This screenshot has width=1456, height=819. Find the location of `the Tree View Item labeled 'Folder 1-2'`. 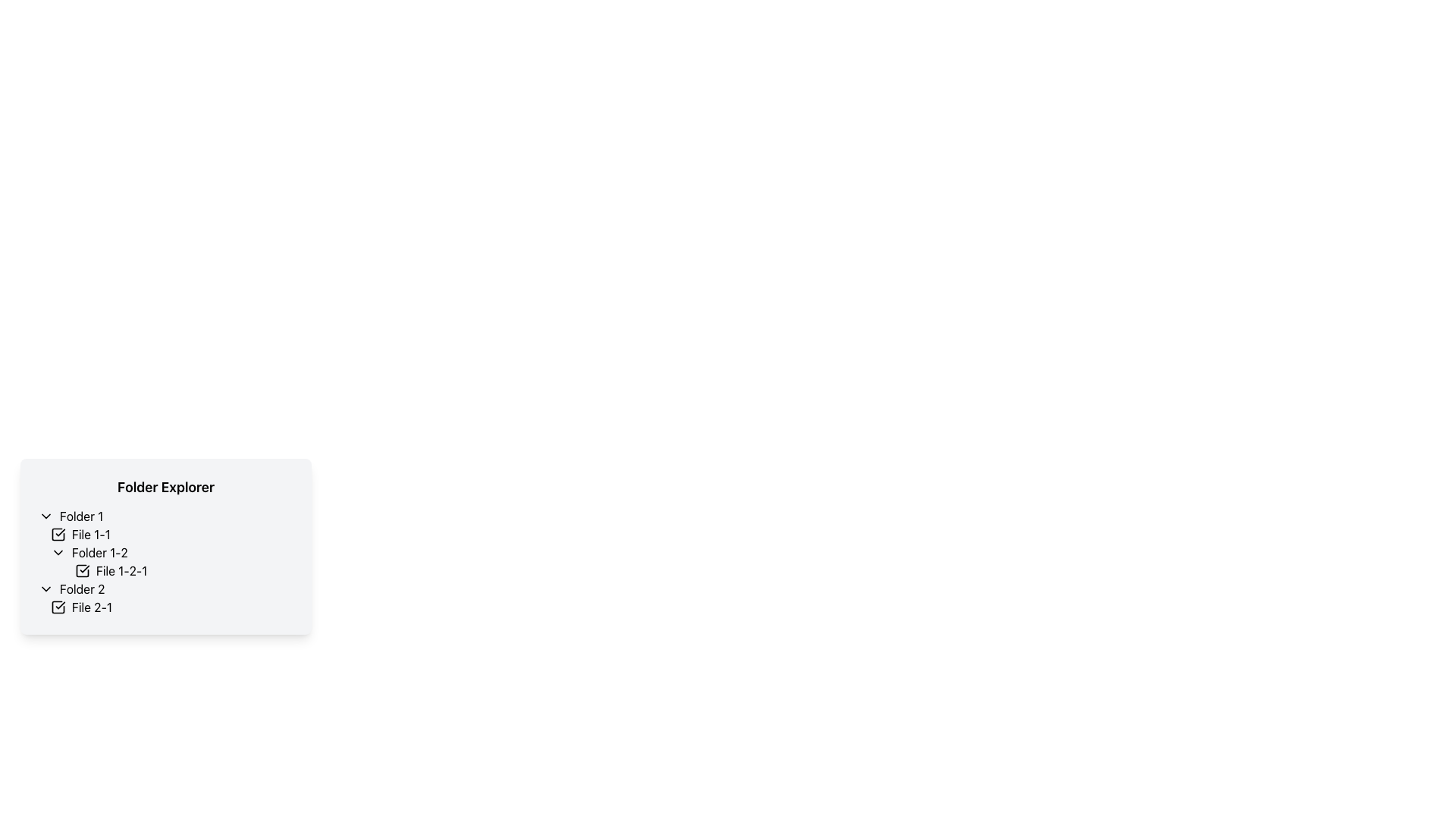

the Tree View Item labeled 'Folder 1-2' is located at coordinates (166, 561).